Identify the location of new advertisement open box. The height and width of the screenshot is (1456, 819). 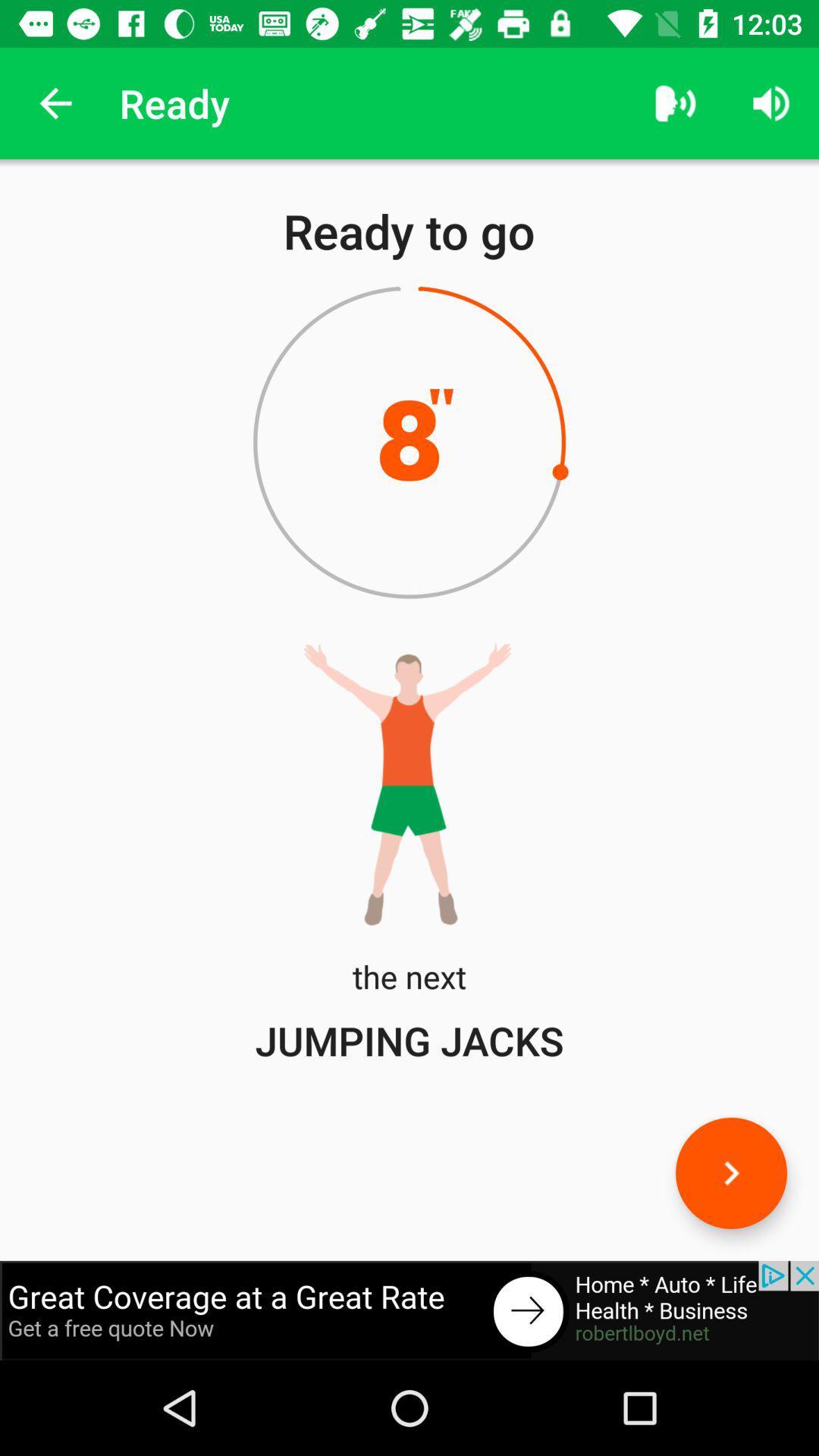
(409, 1310).